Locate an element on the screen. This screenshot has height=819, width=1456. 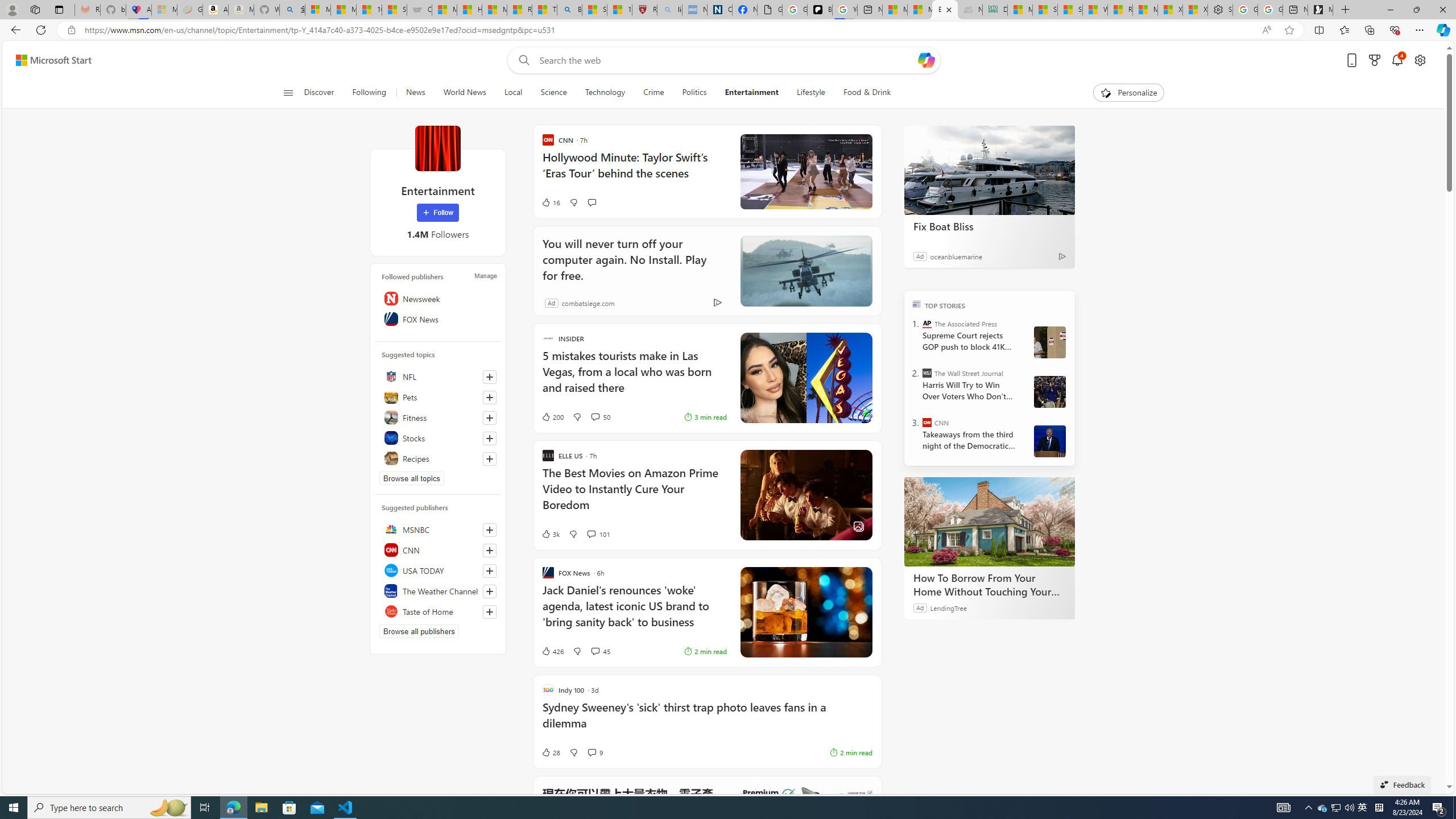
'LendingTree' is located at coordinates (948, 607).